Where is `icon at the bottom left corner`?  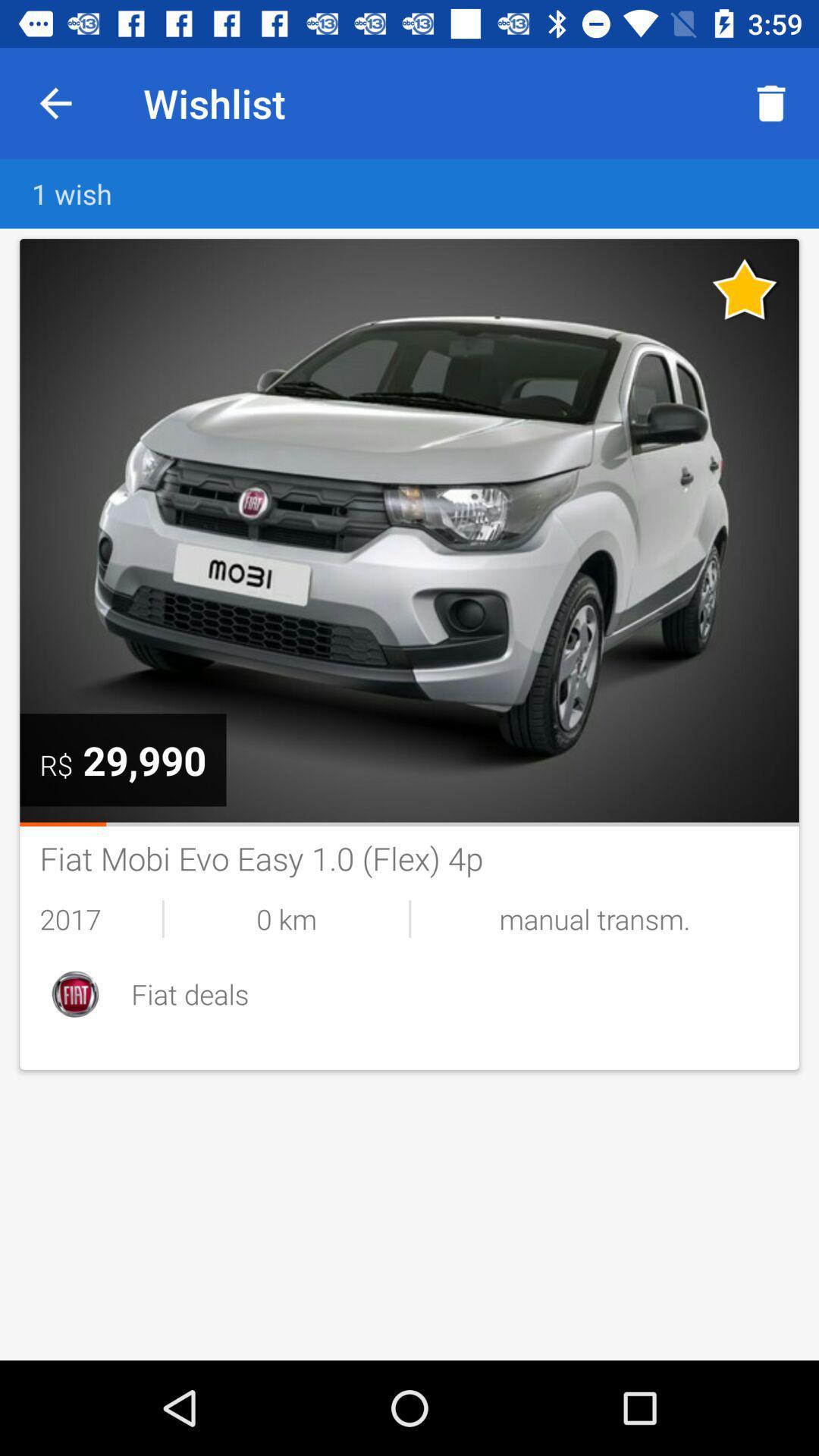
icon at the bottom left corner is located at coordinates (75, 993).